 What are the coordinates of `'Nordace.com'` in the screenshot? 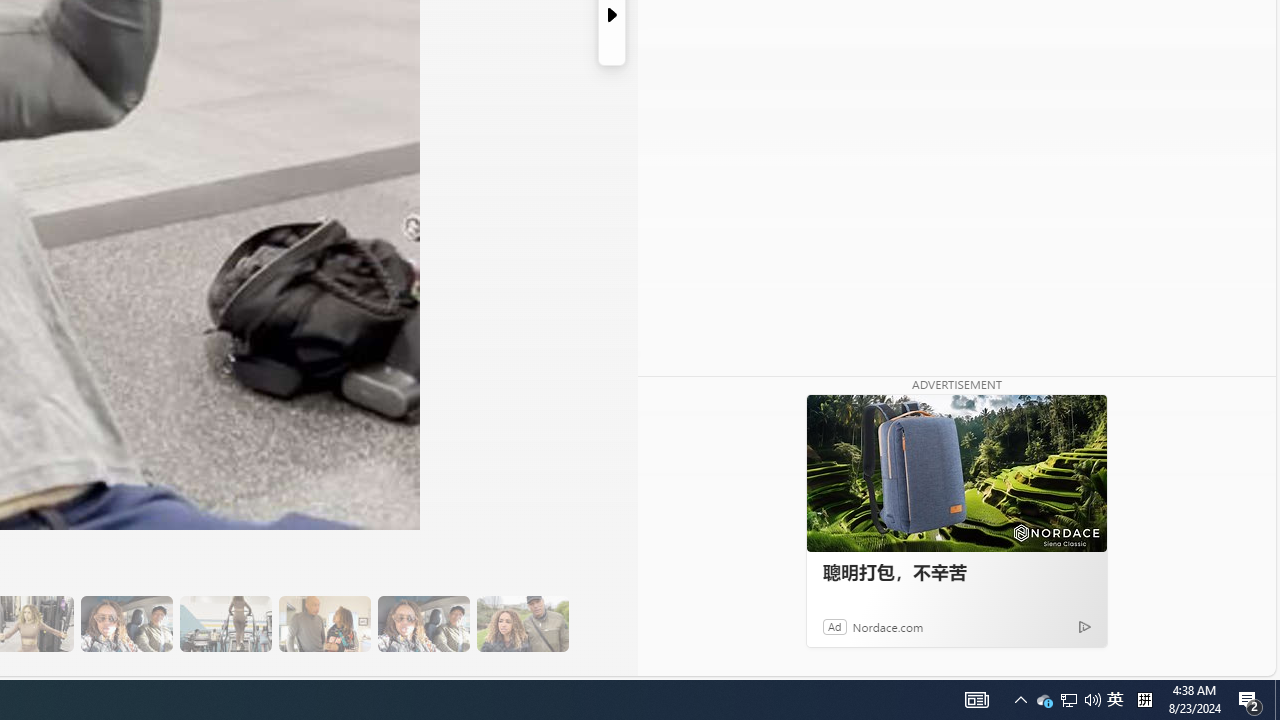 It's located at (887, 625).